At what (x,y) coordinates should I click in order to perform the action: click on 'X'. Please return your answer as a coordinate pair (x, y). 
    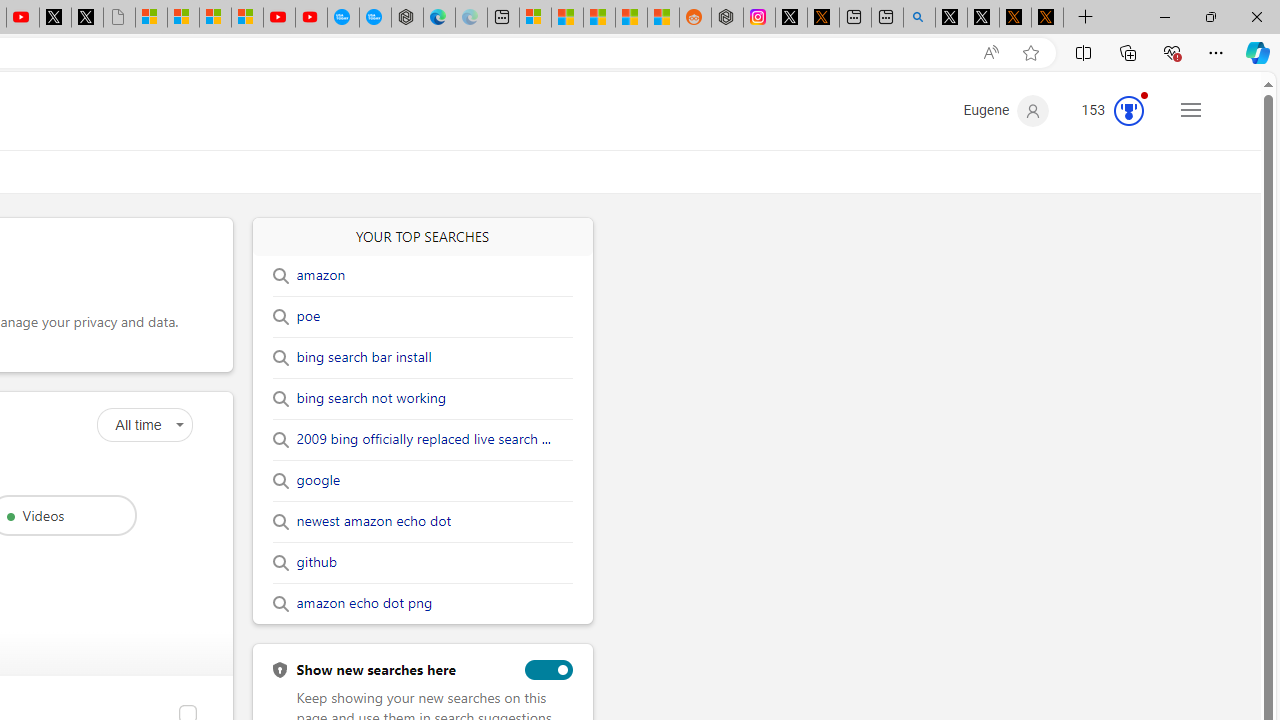
    Looking at the image, I should click on (86, 17).